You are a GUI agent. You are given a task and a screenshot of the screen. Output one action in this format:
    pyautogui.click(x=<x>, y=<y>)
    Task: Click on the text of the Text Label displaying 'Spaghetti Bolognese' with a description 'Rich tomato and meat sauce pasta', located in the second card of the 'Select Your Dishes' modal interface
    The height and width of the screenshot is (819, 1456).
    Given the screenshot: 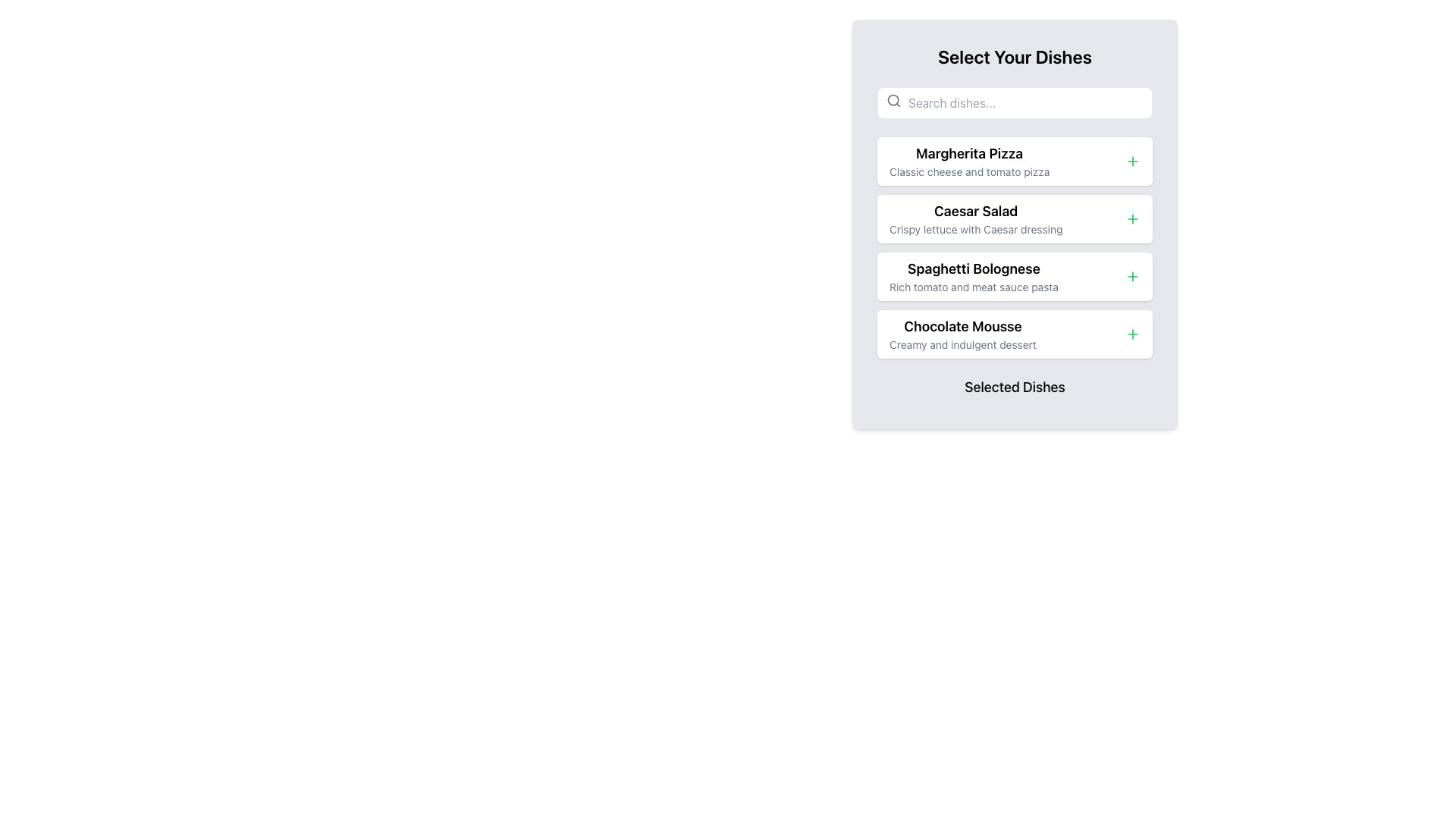 What is the action you would take?
    pyautogui.click(x=974, y=277)
    